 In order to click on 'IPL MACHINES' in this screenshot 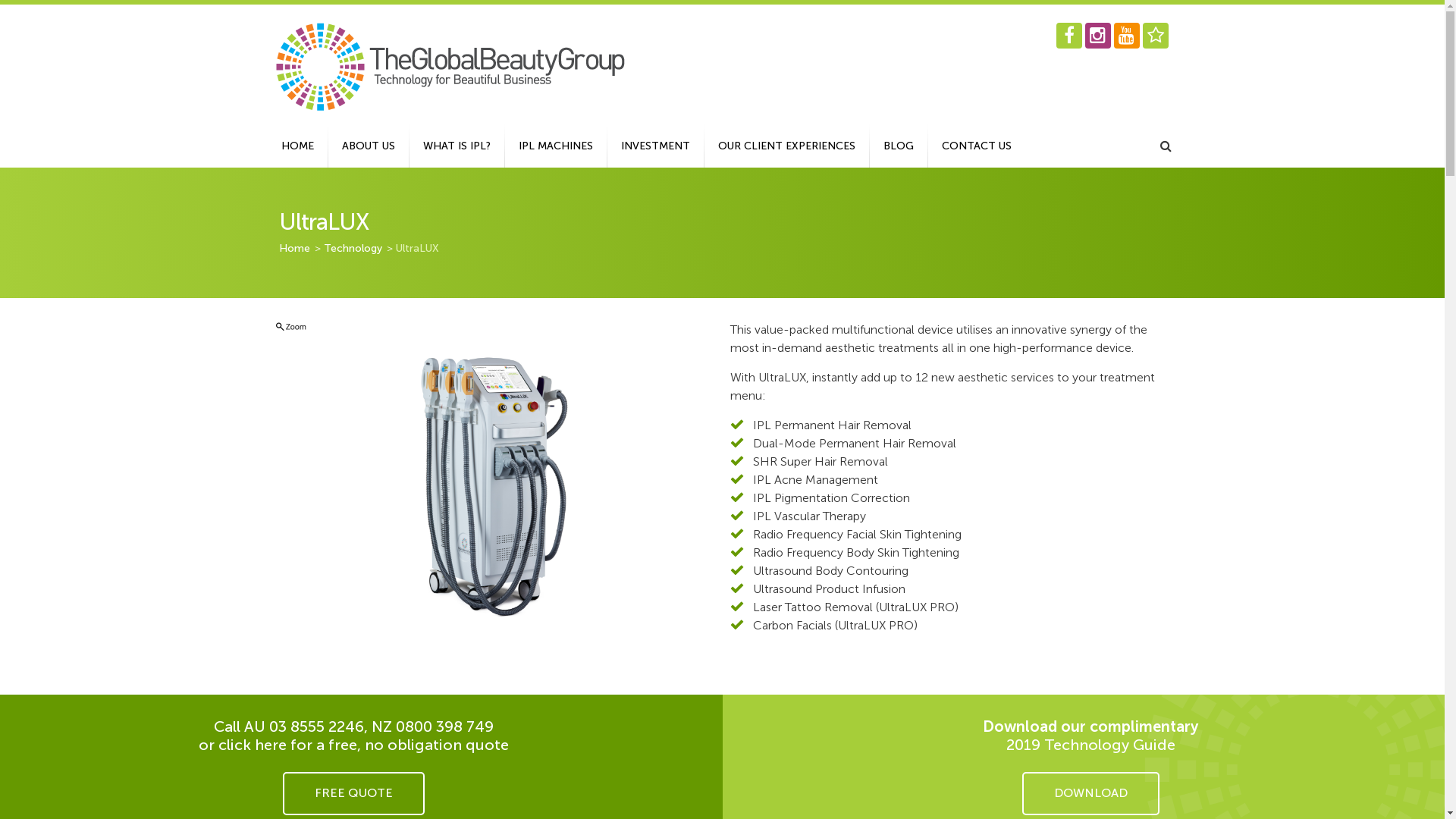, I will do `click(555, 146)`.